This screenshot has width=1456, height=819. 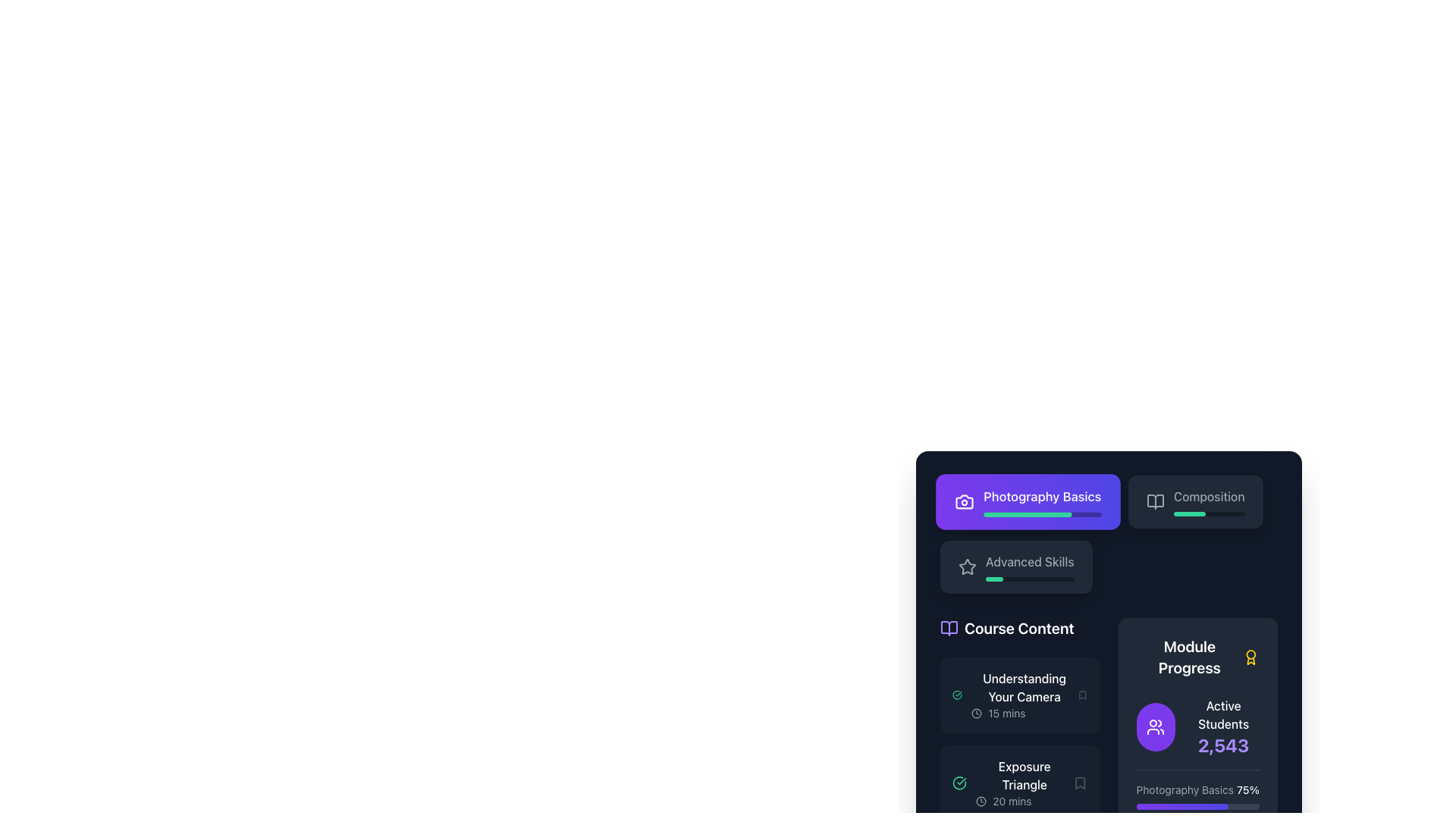 What do you see at coordinates (977, 714) in the screenshot?
I see `the decorative clock icon's SVG circle element located to the left of 'Understanding Your Camera' in the 'Course Content' section` at bounding box center [977, 714].